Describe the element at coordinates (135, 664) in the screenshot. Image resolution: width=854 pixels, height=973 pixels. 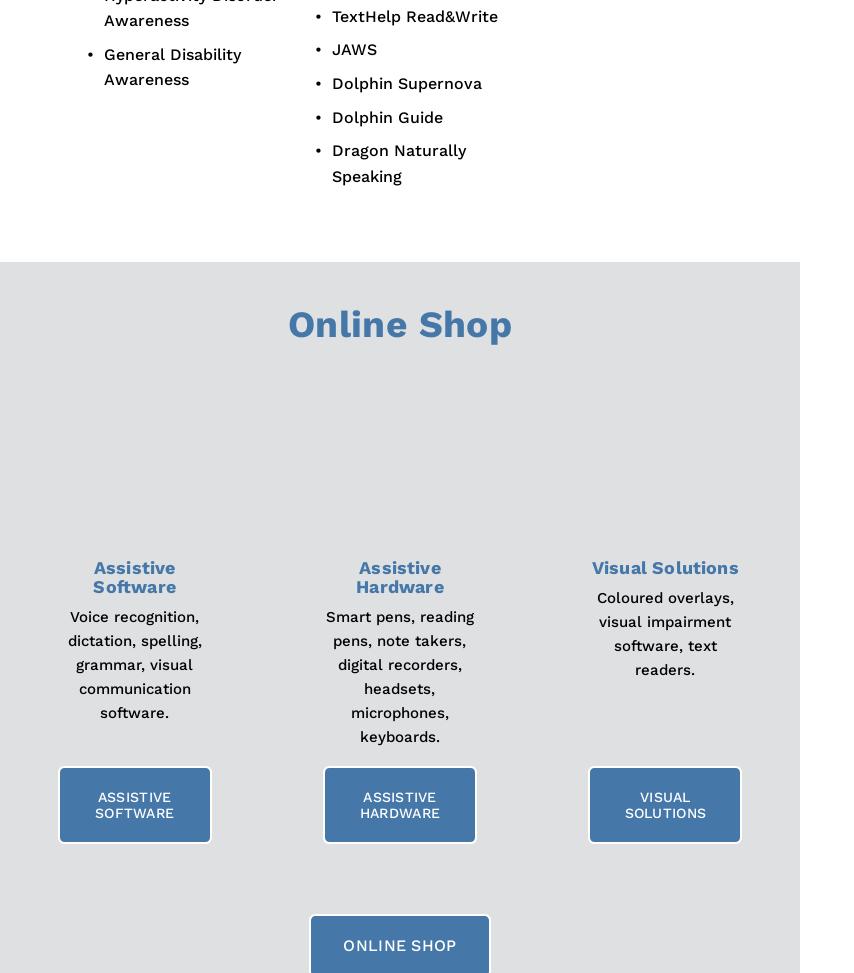
I see `'Voice recognition, dictation, spelling, grammar, visual communication software.'` at that location.